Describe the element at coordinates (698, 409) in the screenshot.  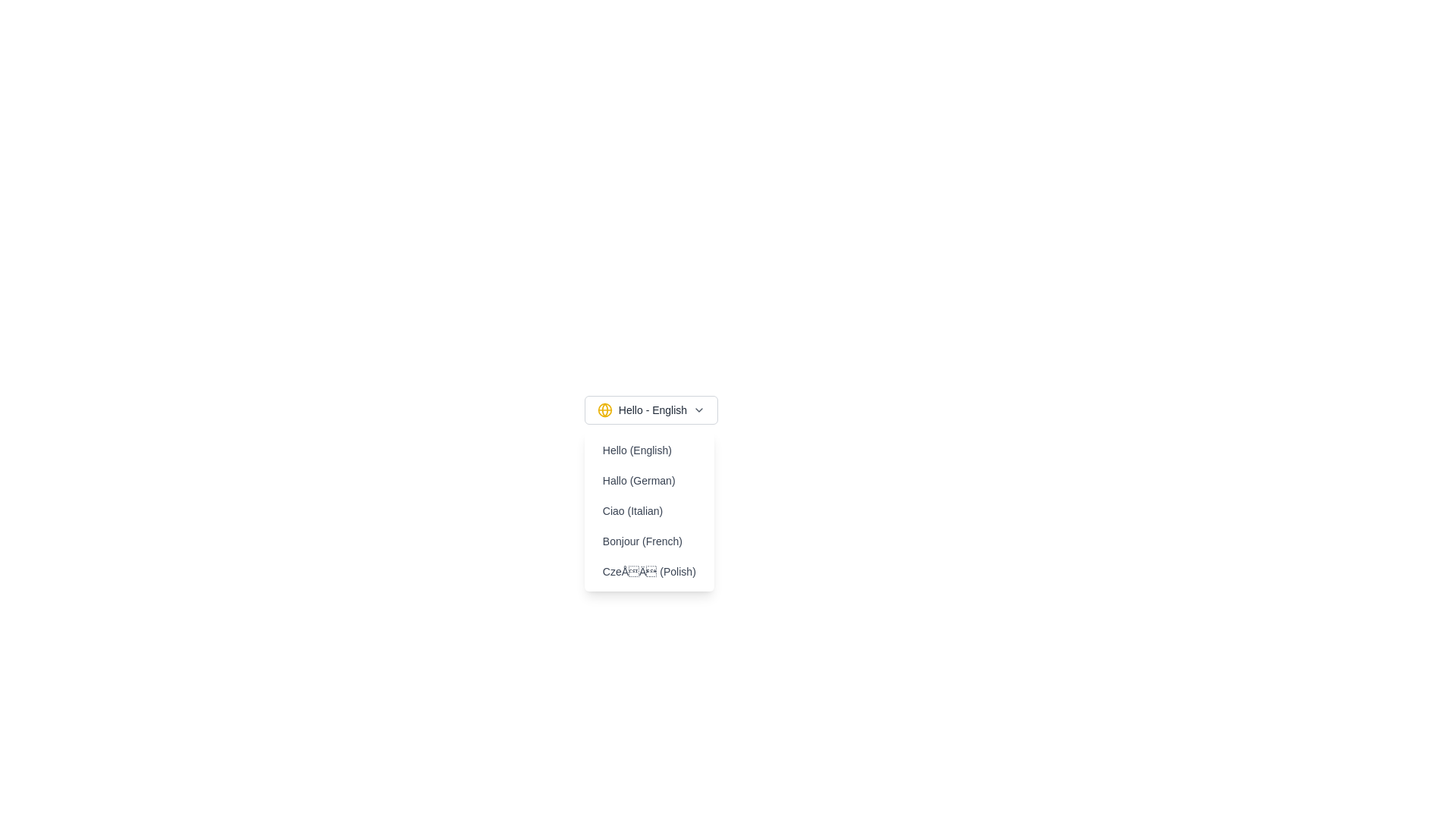
I see `the Dropdown Indicator Icon, which is a small gray down arrow located to the right of the text 'Hello - English'` at that location.